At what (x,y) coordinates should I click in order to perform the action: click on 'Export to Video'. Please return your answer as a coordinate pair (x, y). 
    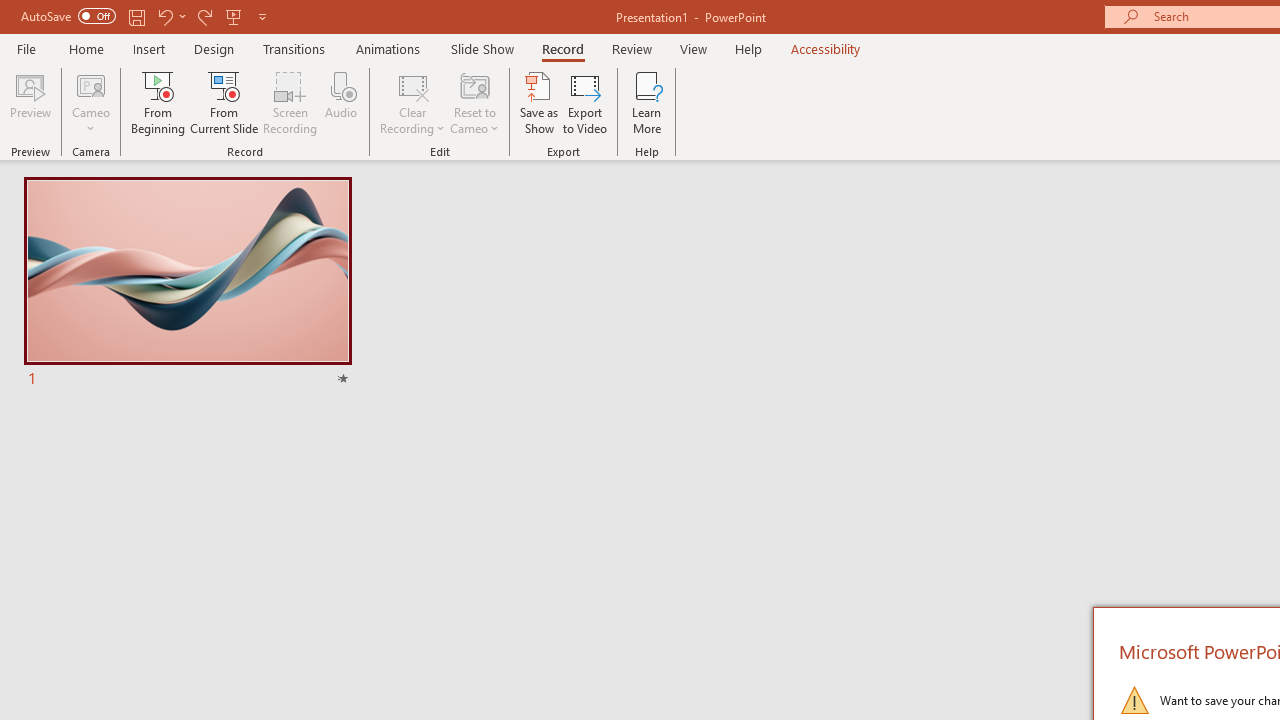
    Looking at the image, I should click on (584, 103).